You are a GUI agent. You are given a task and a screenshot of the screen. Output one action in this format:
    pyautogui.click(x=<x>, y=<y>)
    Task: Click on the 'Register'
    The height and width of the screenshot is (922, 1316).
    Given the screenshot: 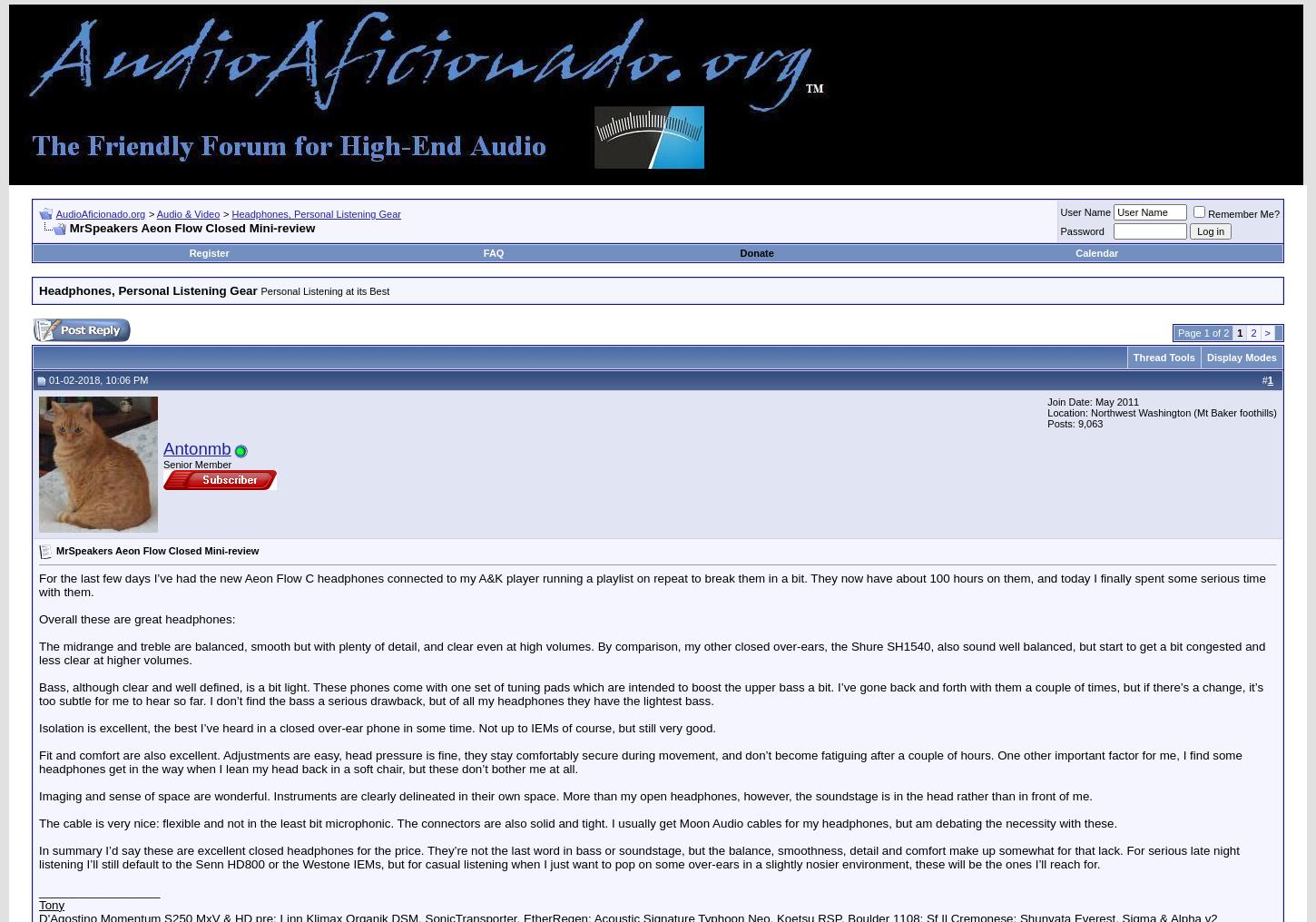 What is the action you would take?
    pyautogui.click(x=207, y=251)
    